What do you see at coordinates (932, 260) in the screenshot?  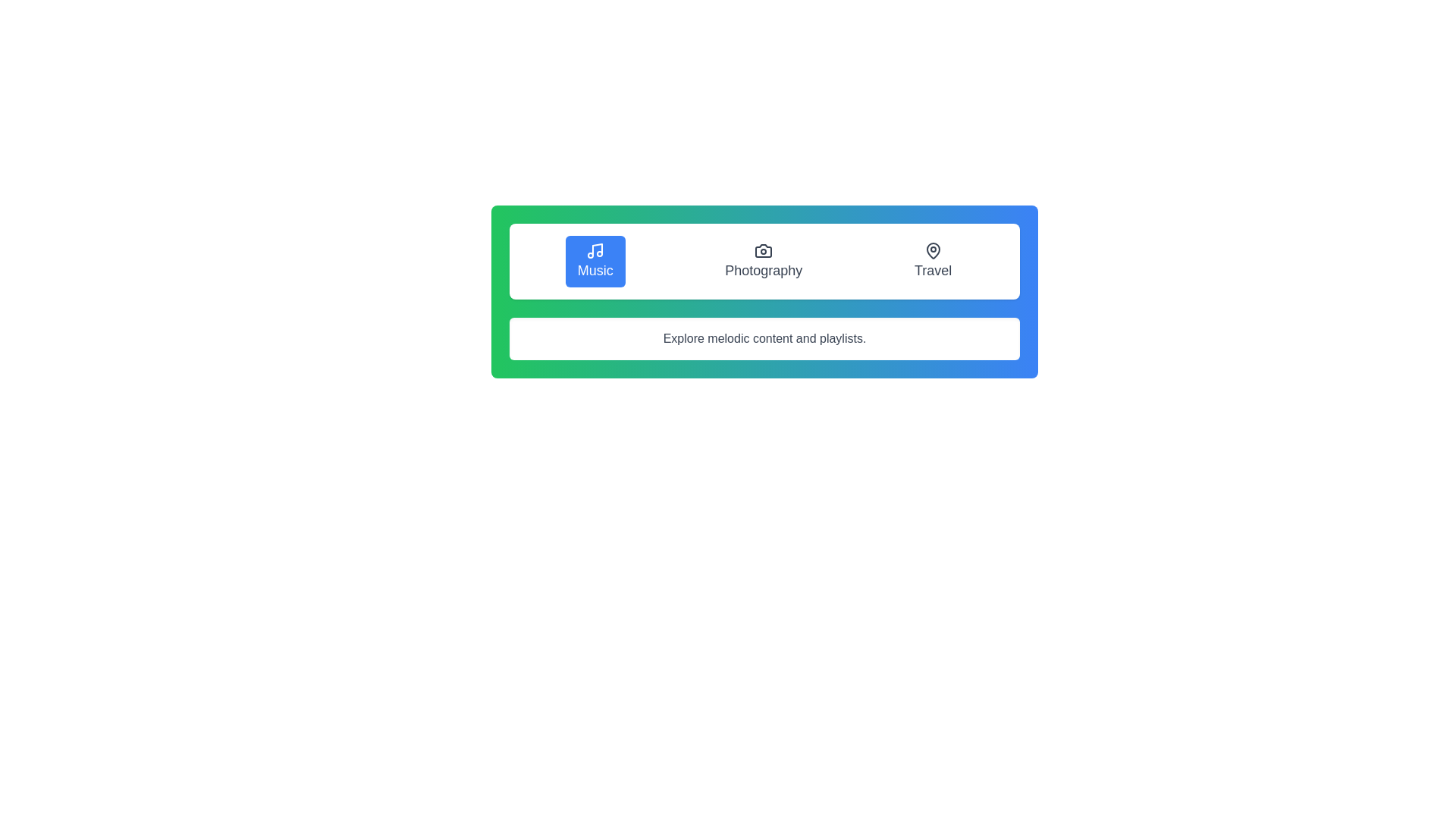 I see `the tab labeled Travel to observe its hover effect` at bounding box center [932, 260].